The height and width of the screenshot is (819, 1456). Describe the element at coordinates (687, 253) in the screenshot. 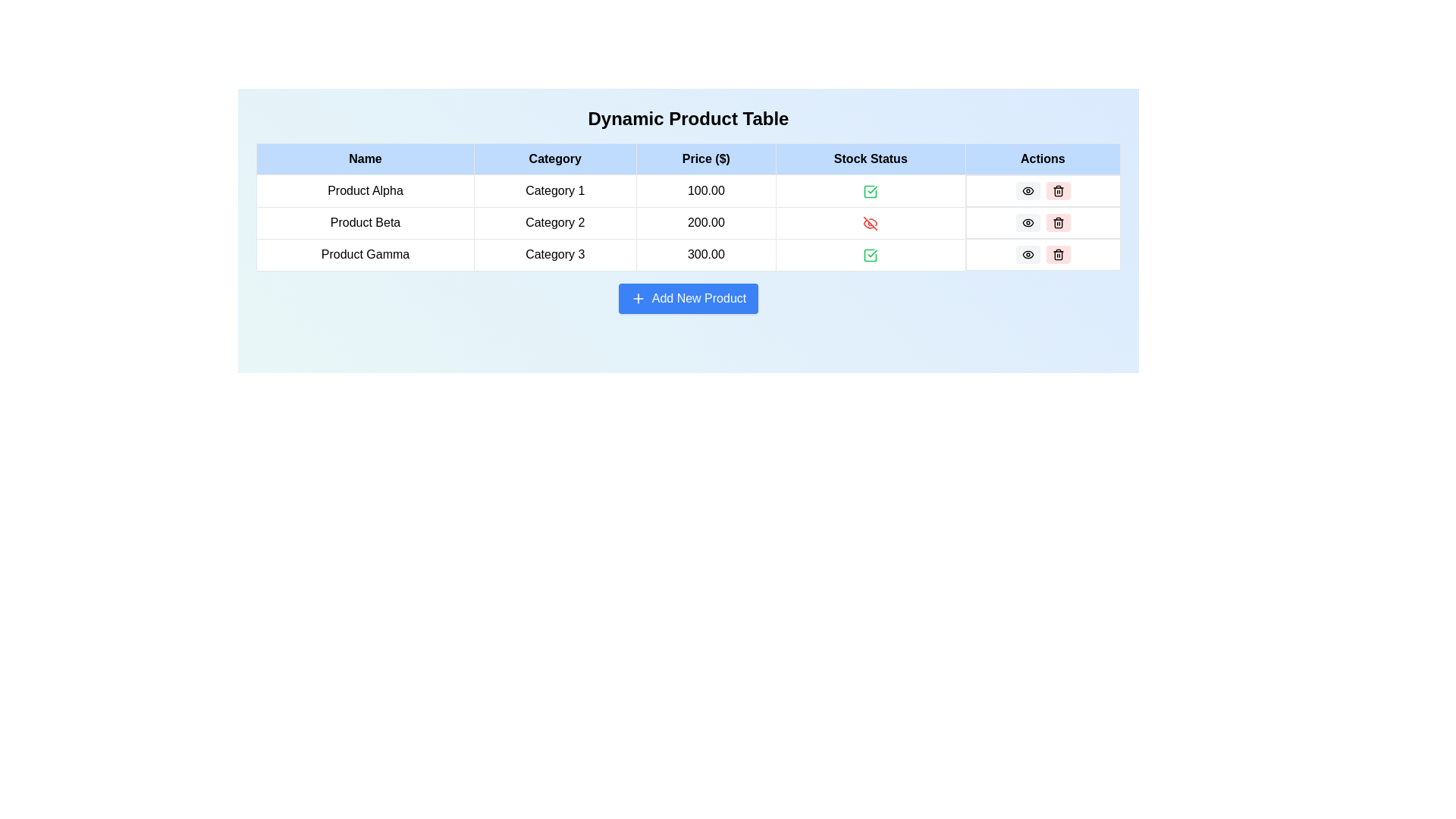

I see `the third row of the table that lists information about 'Product Gamma', which includes its name, category, price, and action icons` at that location.